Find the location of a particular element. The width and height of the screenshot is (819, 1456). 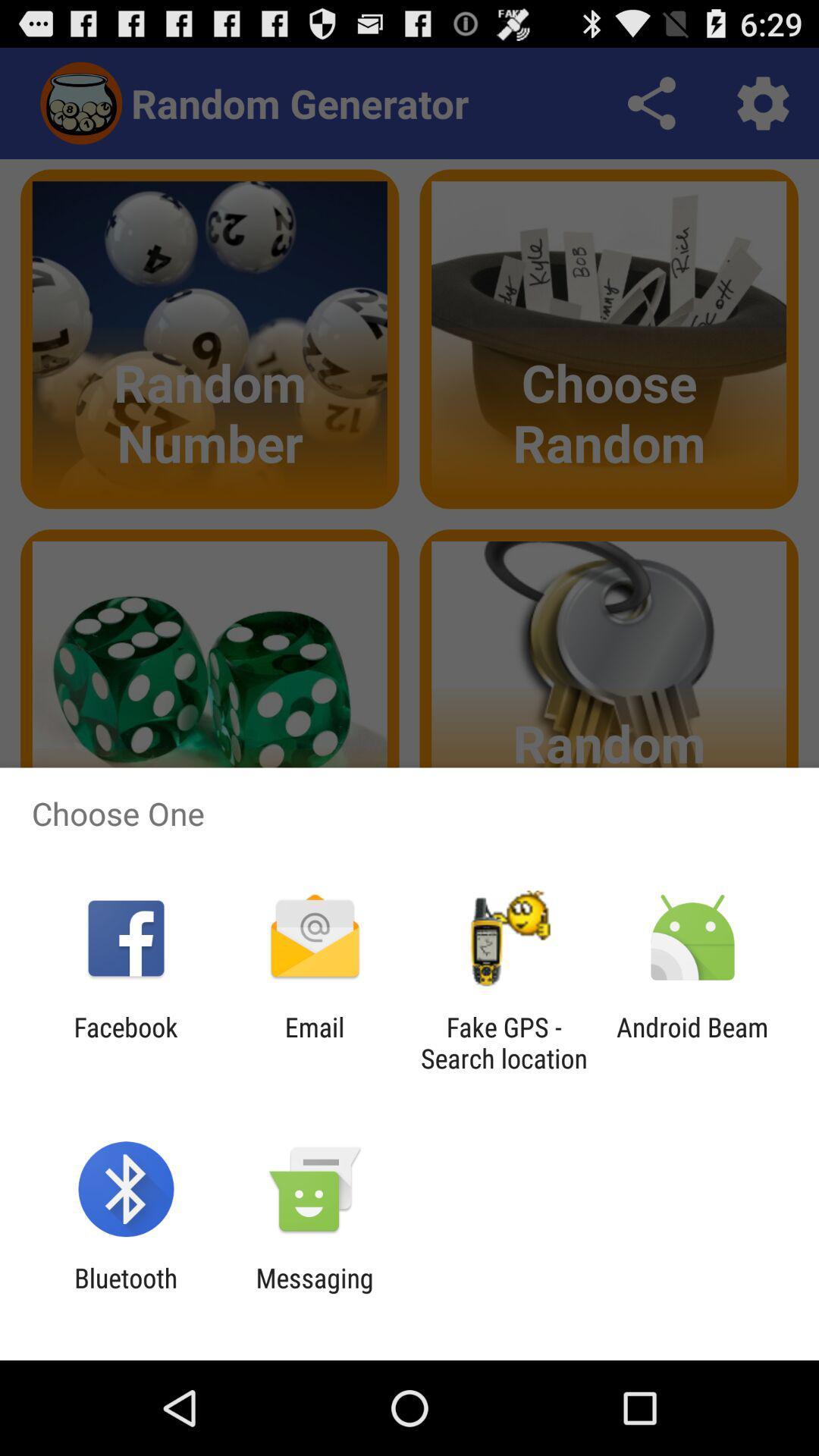

the icon next to fake gps search icon is located at coordinates (692, 1042).